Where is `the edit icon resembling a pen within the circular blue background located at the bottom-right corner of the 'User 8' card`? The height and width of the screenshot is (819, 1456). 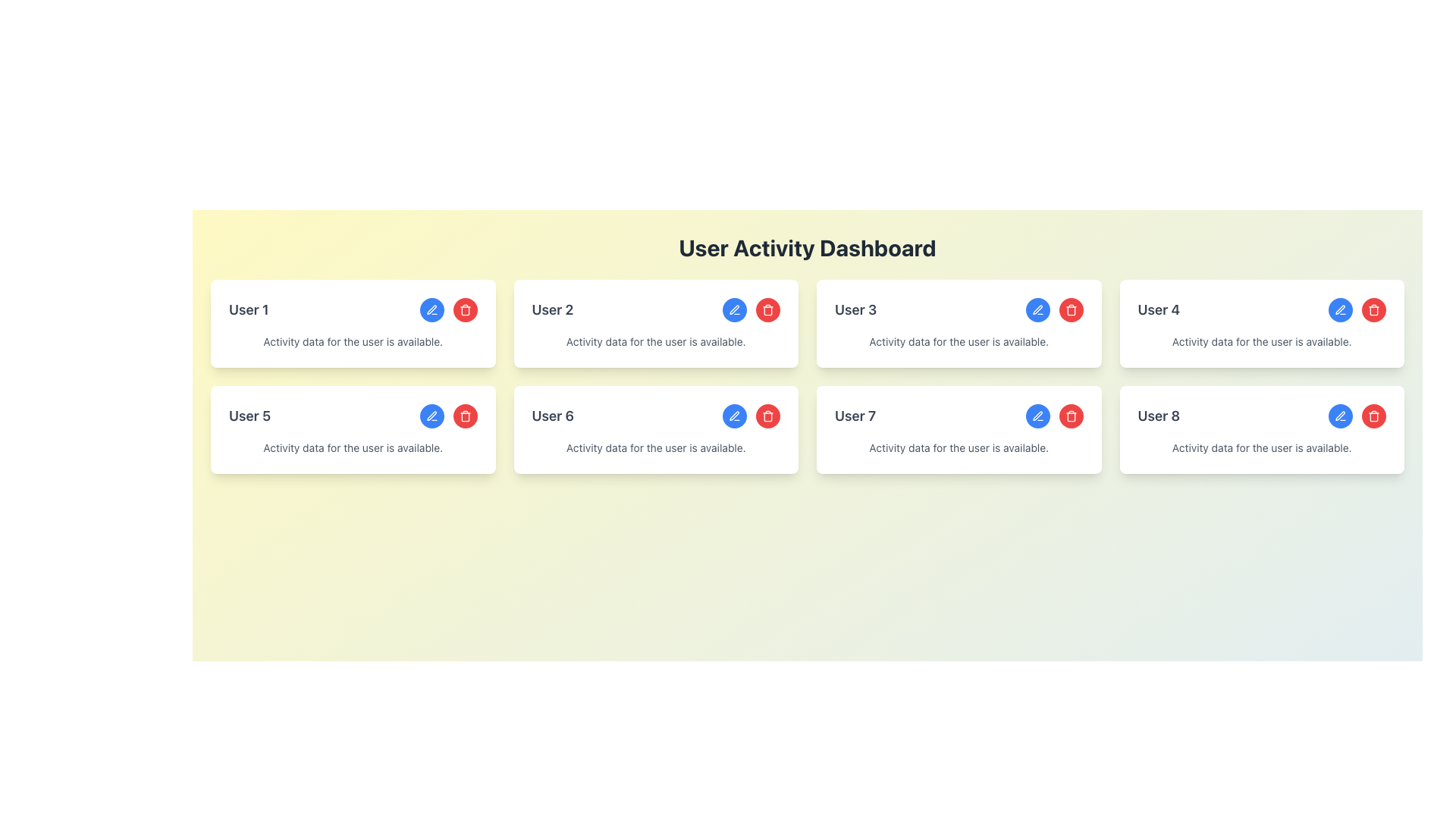
the edit icon resembling a pen within the circular blue background located at the bottom-right corner of the 'User 8' card is located at coordinates (1340, 416).